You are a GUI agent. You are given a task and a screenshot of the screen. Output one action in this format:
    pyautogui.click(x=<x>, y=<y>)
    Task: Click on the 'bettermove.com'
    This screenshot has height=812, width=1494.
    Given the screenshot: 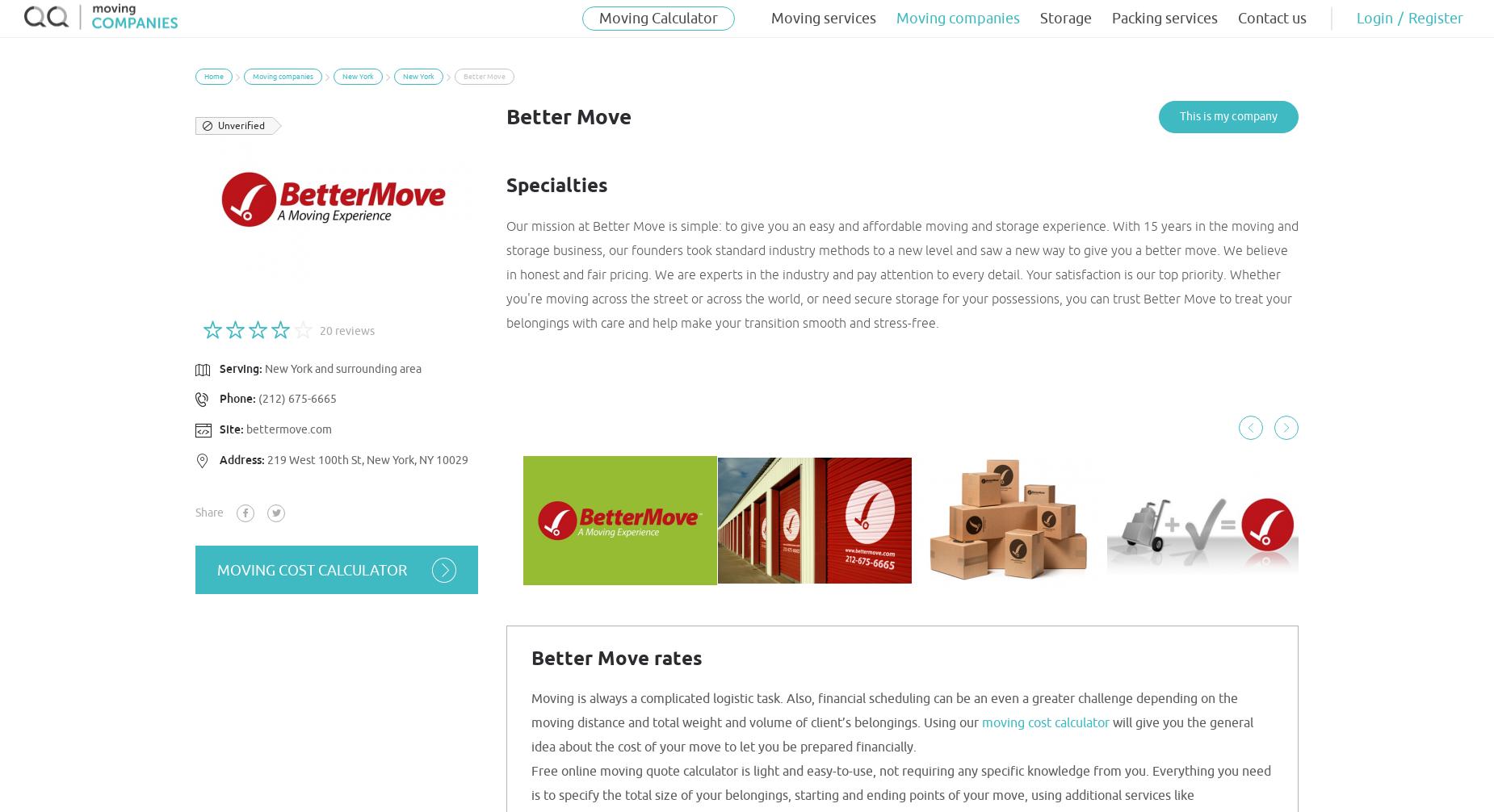 What is the action you would take?
    pyautogui.click(x=287, y=429)
    